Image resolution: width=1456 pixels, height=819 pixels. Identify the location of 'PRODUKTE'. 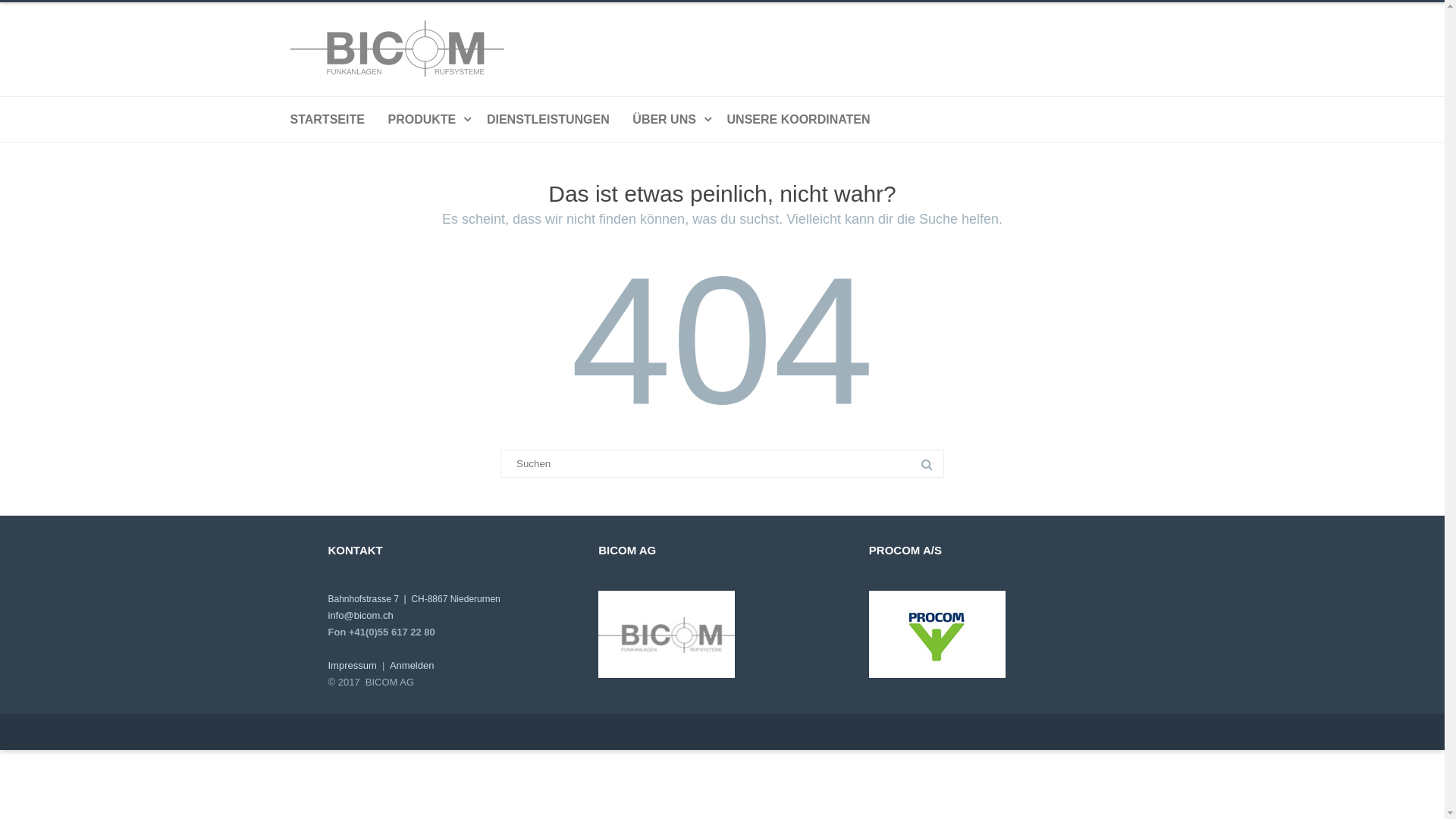
(425, 118).